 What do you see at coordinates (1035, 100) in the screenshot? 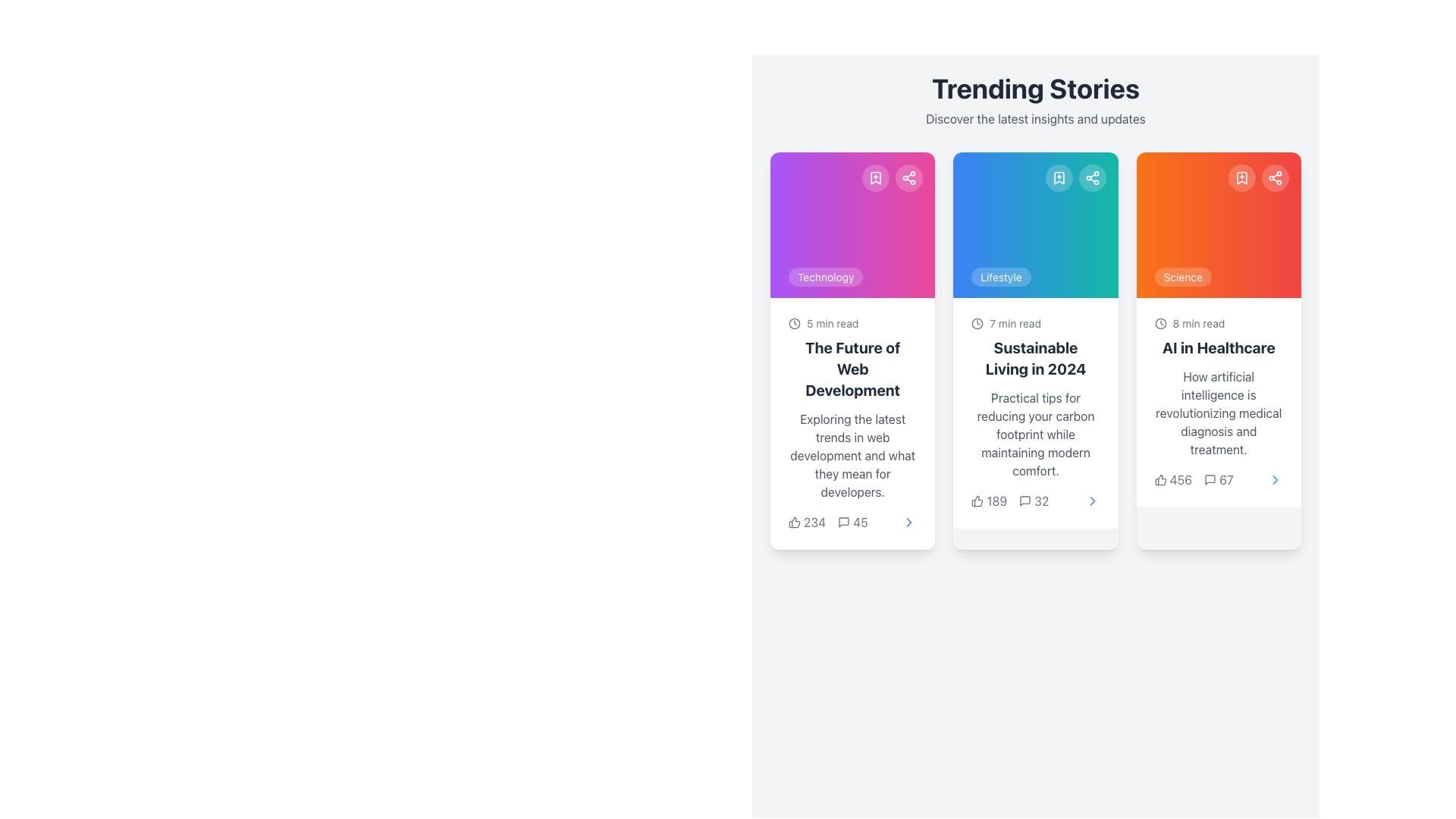
I see `text content of the Text block (heading and subtitle) labeled 'Trending Stories' which introduces the collection of trending stories below it` at bounding box center [1035, 100].